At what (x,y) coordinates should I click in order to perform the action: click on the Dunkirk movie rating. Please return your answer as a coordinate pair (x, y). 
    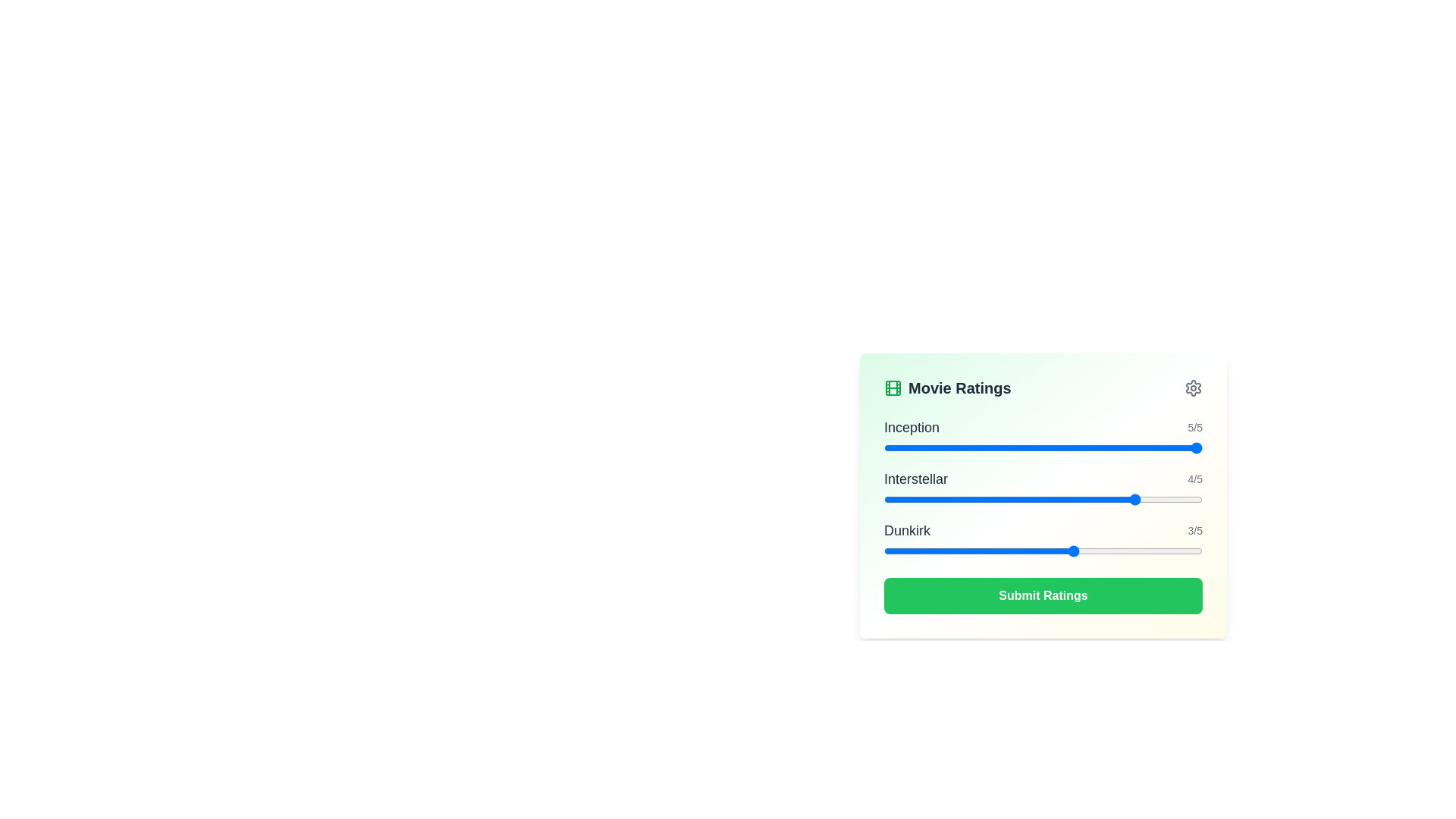
    Looking at the image, I should click on (1012, 551).